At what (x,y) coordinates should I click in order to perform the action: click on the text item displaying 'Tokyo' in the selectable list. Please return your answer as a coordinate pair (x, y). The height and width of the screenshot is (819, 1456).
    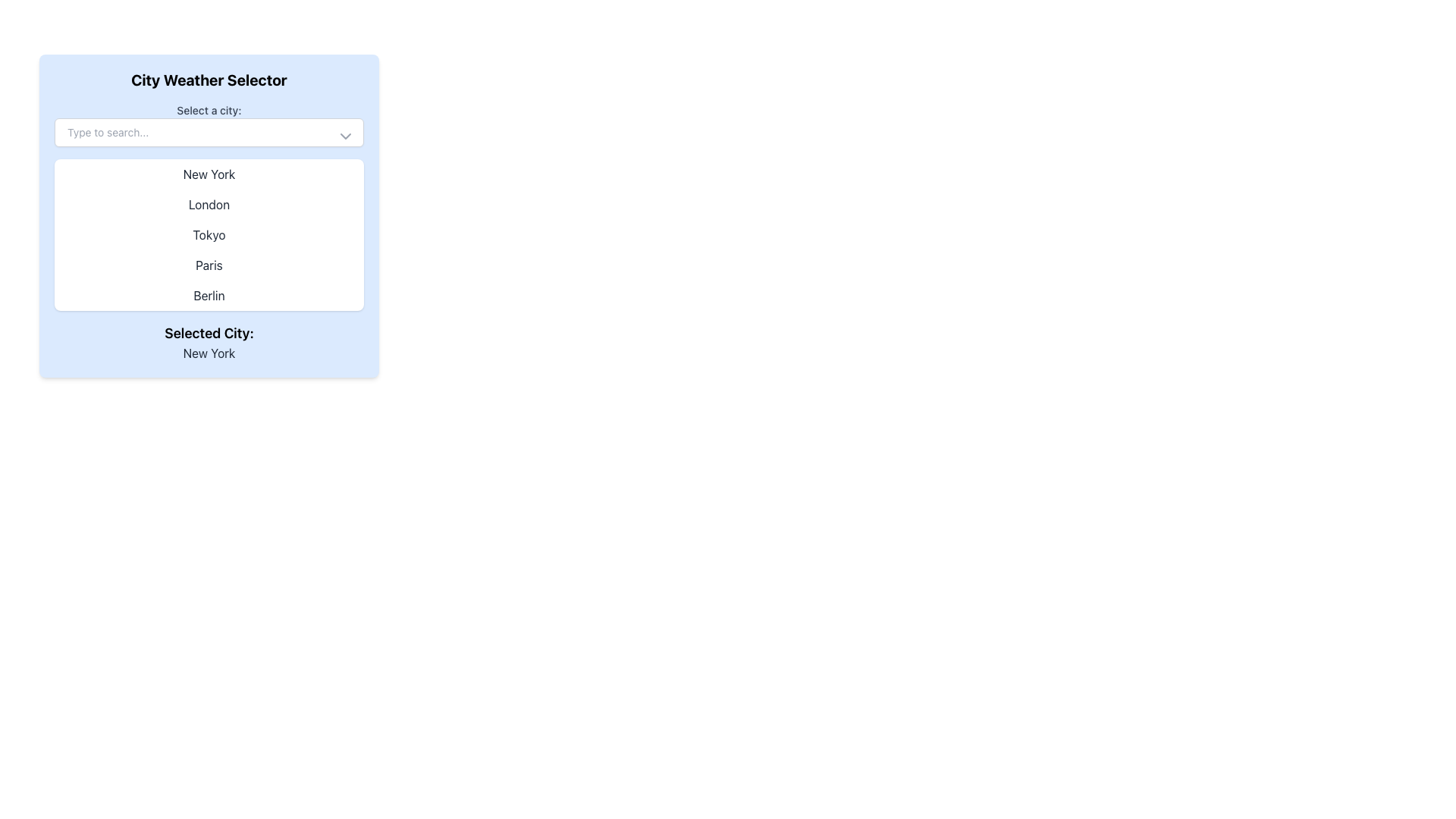
    Looking at the image, I should click on (208, 234).